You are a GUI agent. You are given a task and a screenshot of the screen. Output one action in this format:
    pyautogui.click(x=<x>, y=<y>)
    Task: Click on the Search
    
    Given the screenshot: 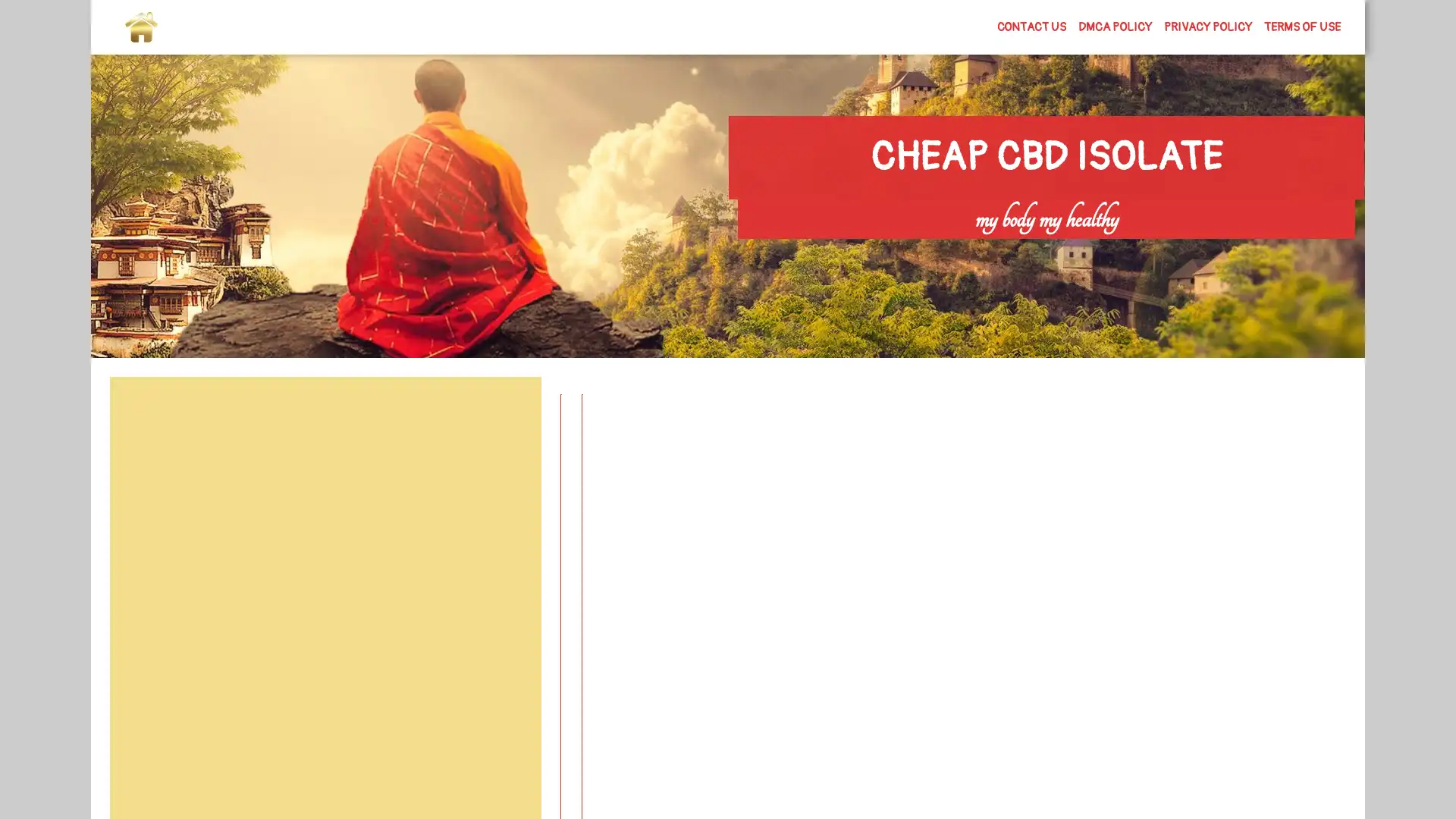 What is the action you would take?
    pyautogui.click(x=1181, y=248)
    